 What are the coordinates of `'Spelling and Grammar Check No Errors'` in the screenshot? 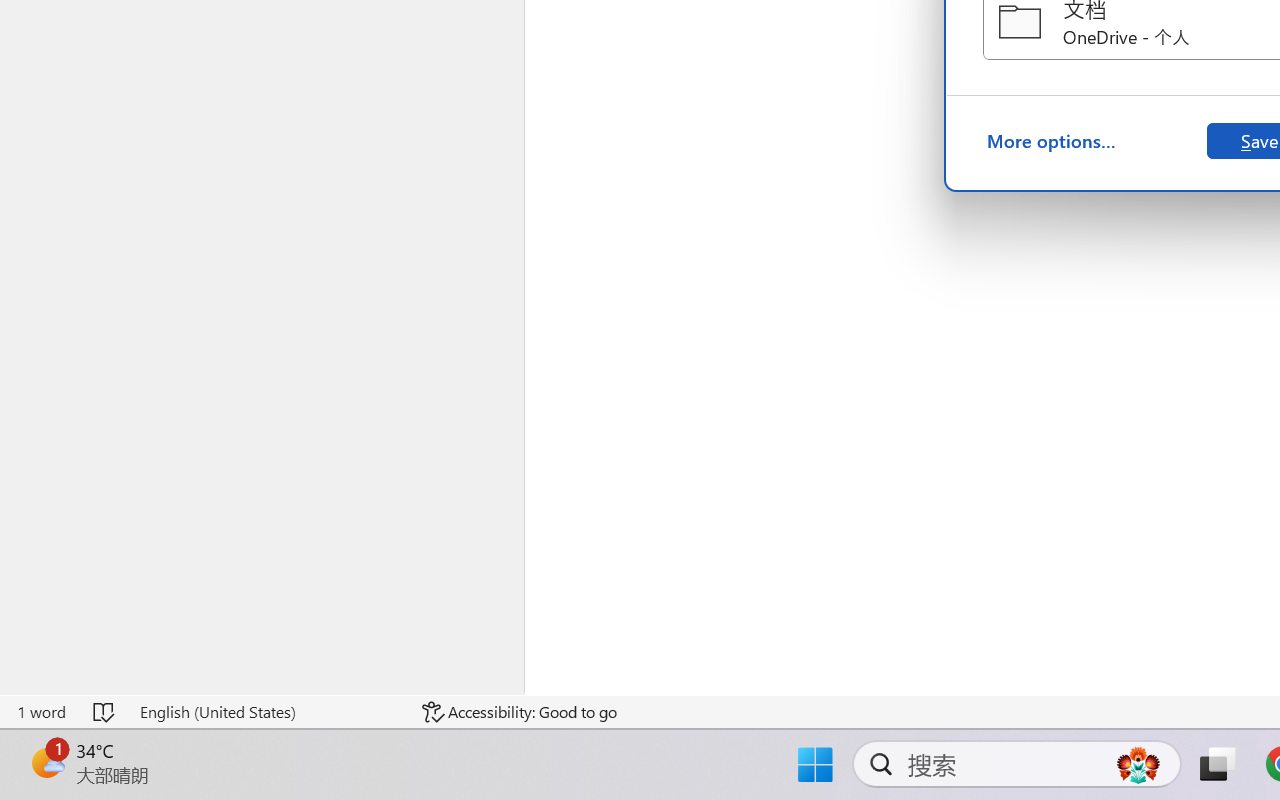 It's located at (104, 711).